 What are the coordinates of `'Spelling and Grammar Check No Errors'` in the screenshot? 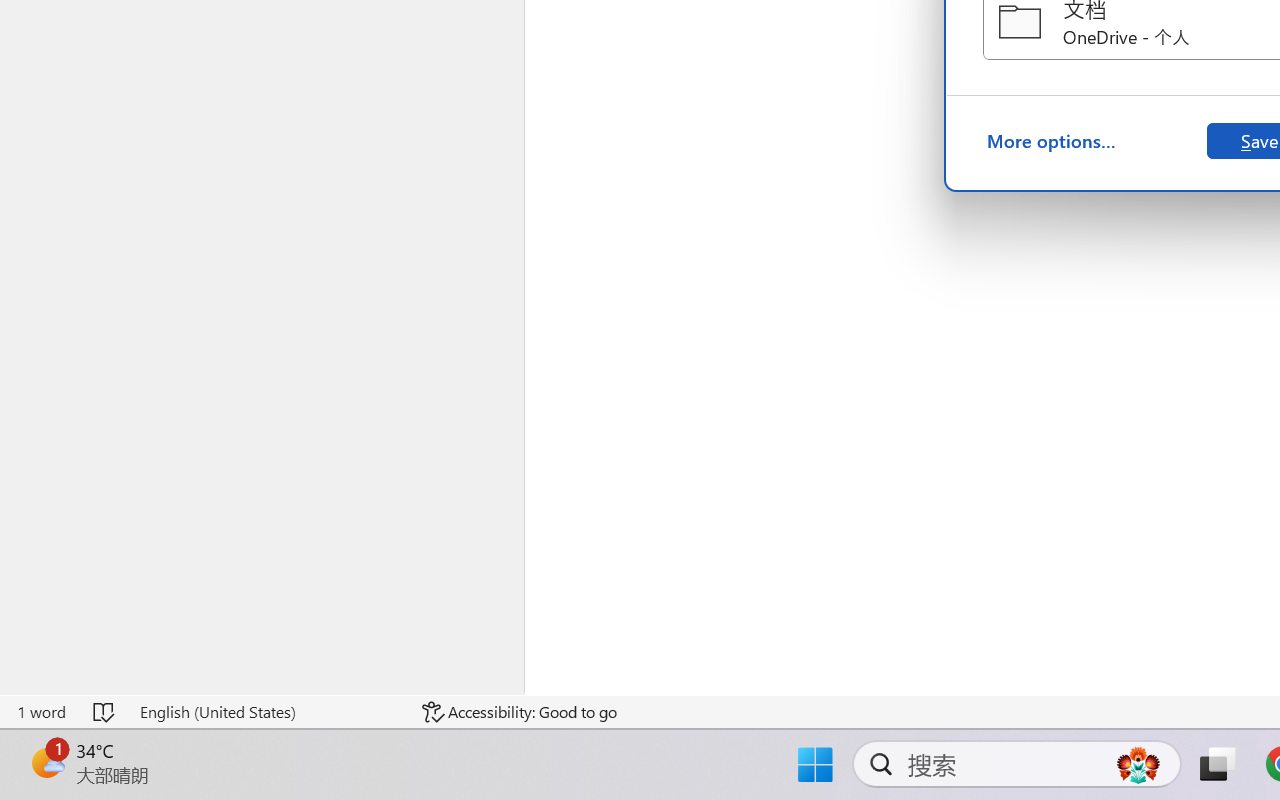 It's located at (104, 711).